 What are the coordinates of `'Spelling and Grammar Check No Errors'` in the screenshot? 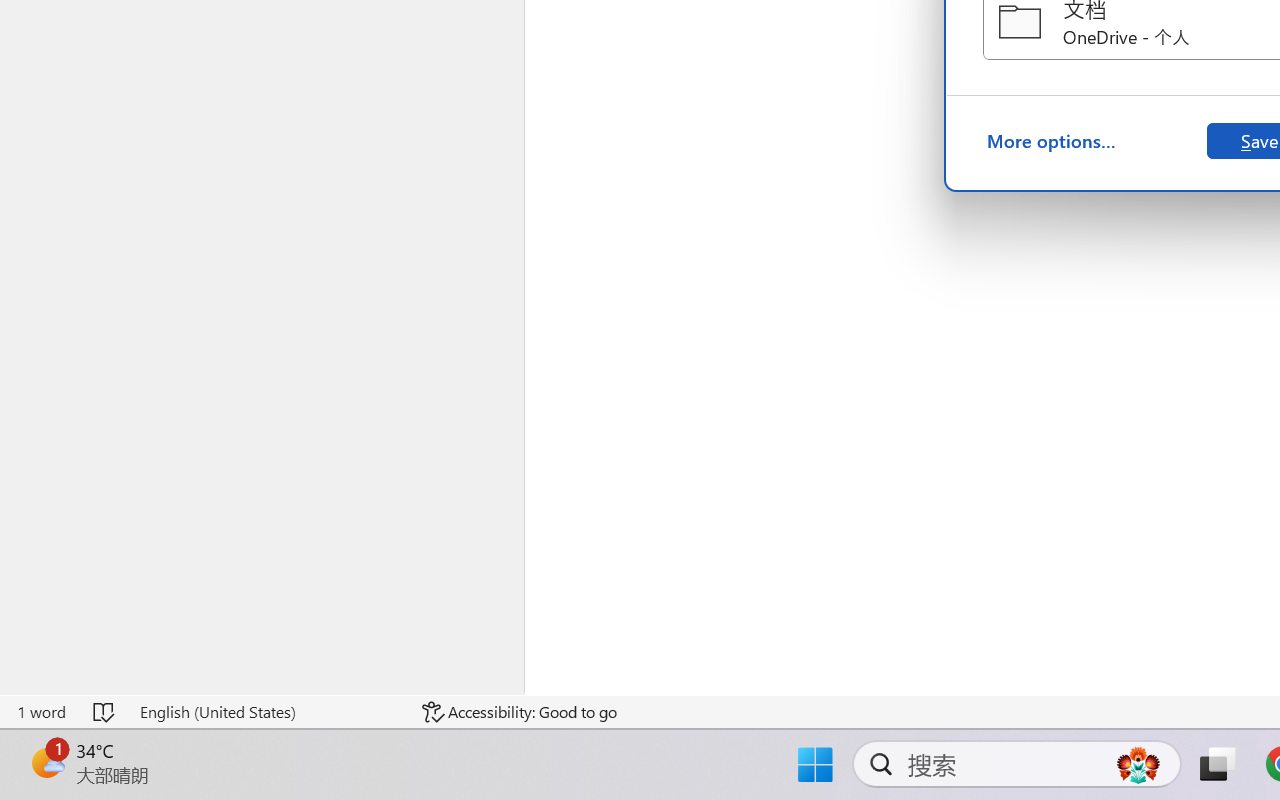 It's located at (104, 711).